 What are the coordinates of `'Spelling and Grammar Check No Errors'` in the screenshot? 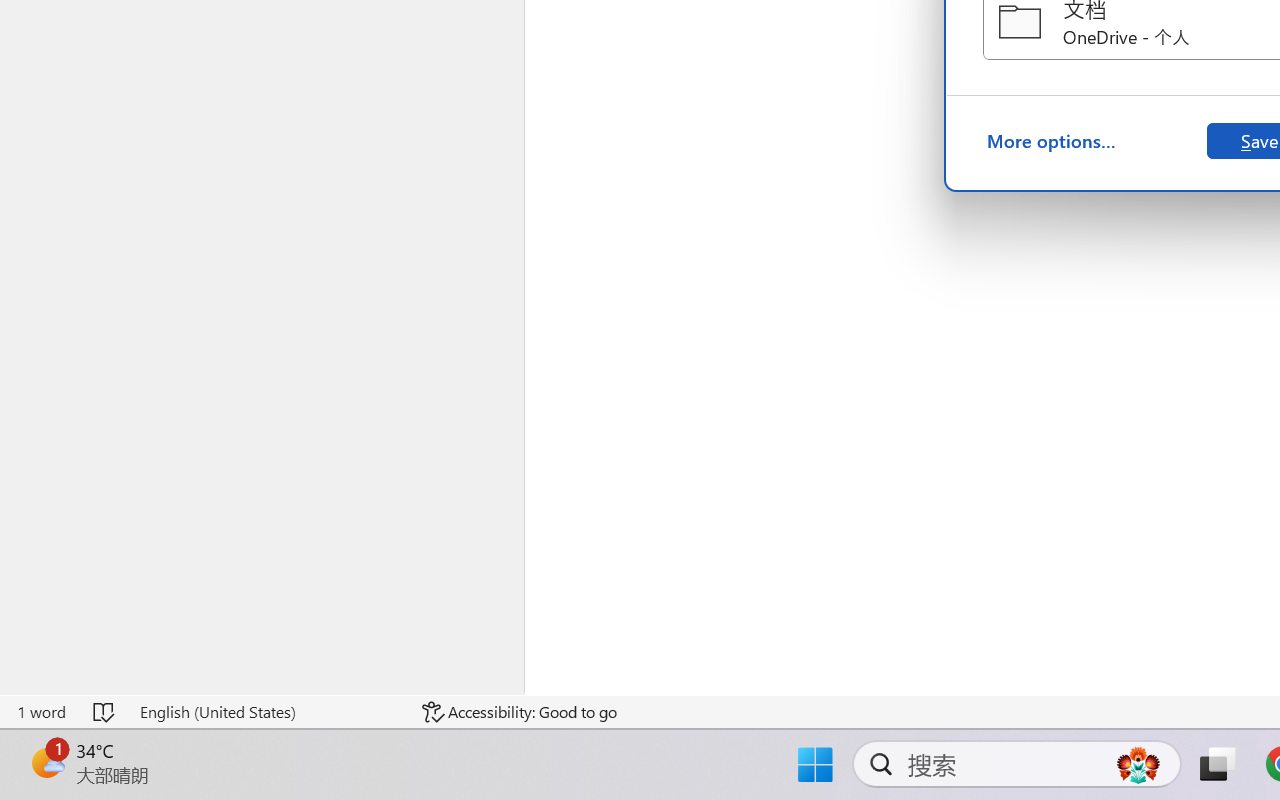 It's located at (104, 711).